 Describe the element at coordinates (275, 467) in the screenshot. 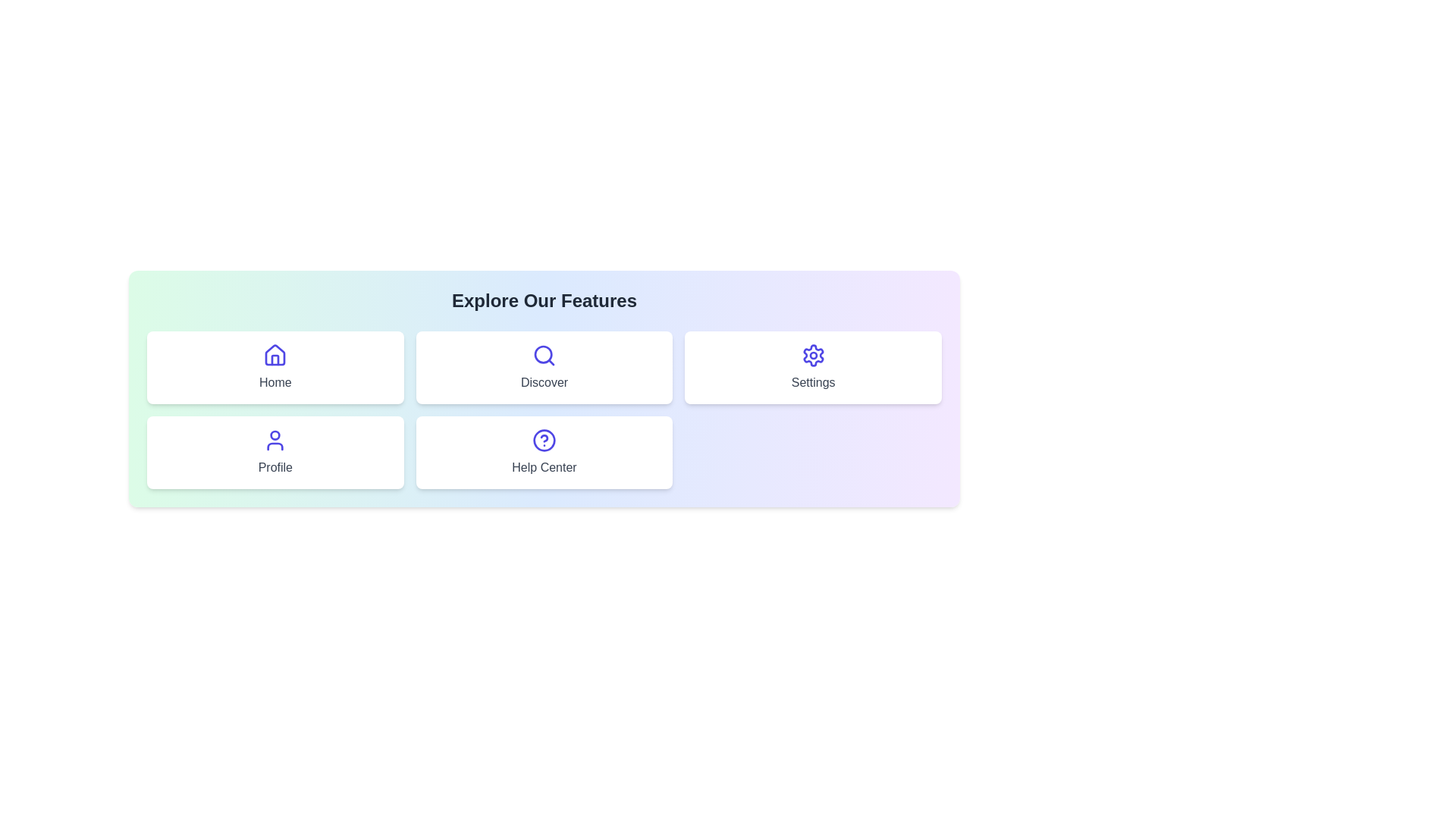

I see `the 'Profile' text label, which is styled in a medium-sized gray font and located below a user silhouette icon in the second row of the grid layout` at that location.